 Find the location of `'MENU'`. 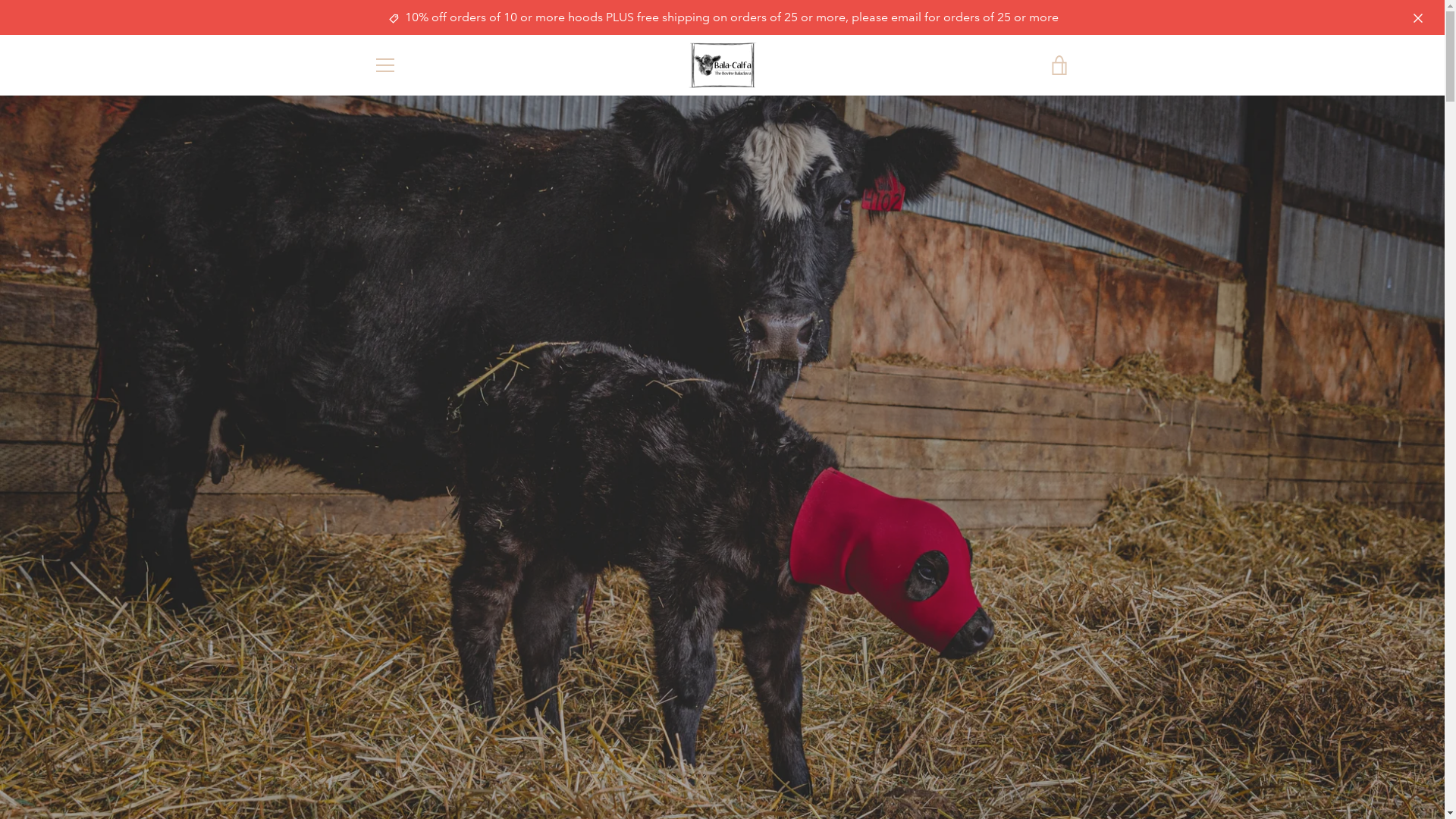

'MENU' is located at coordinates (384, 64).